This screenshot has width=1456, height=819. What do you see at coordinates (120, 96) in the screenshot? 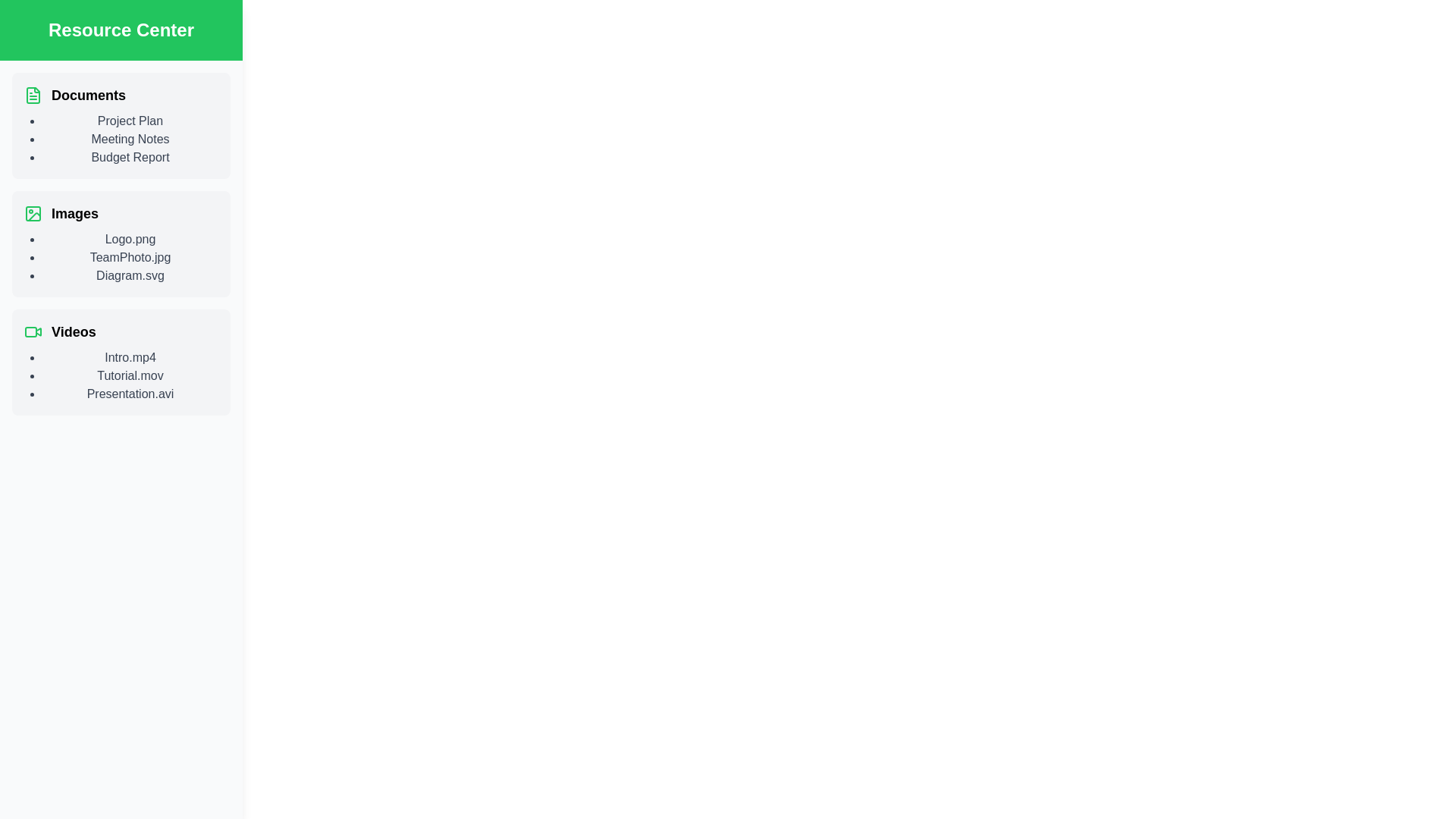
I see `the category labeled Documents to view its details` at bounding box center [120, 96].